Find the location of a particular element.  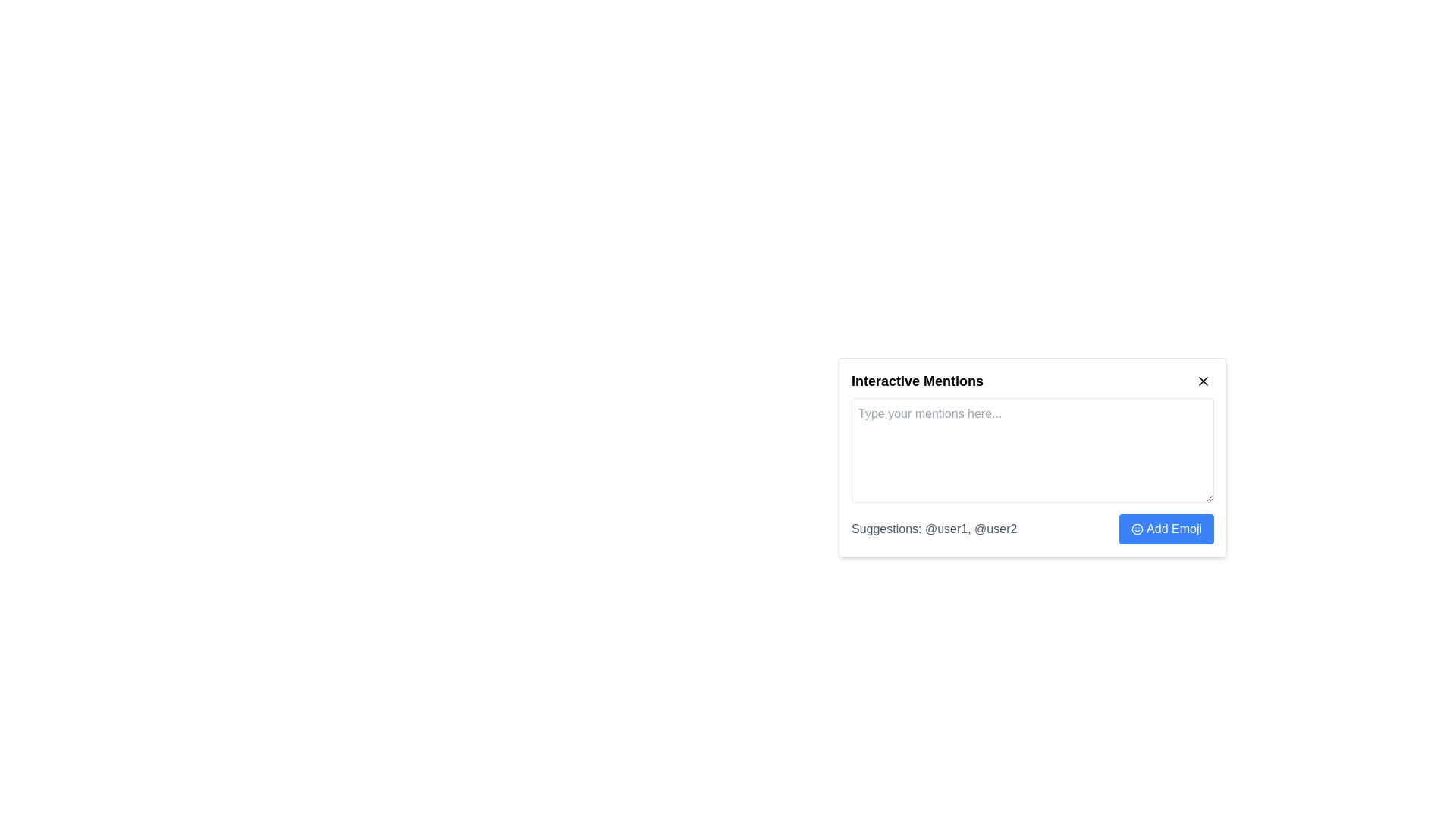

the circular boundary of the smiley face icon, which serves as a visual indicator of an emotive state, as part of the interface design is located at coordinates (1137, 529).